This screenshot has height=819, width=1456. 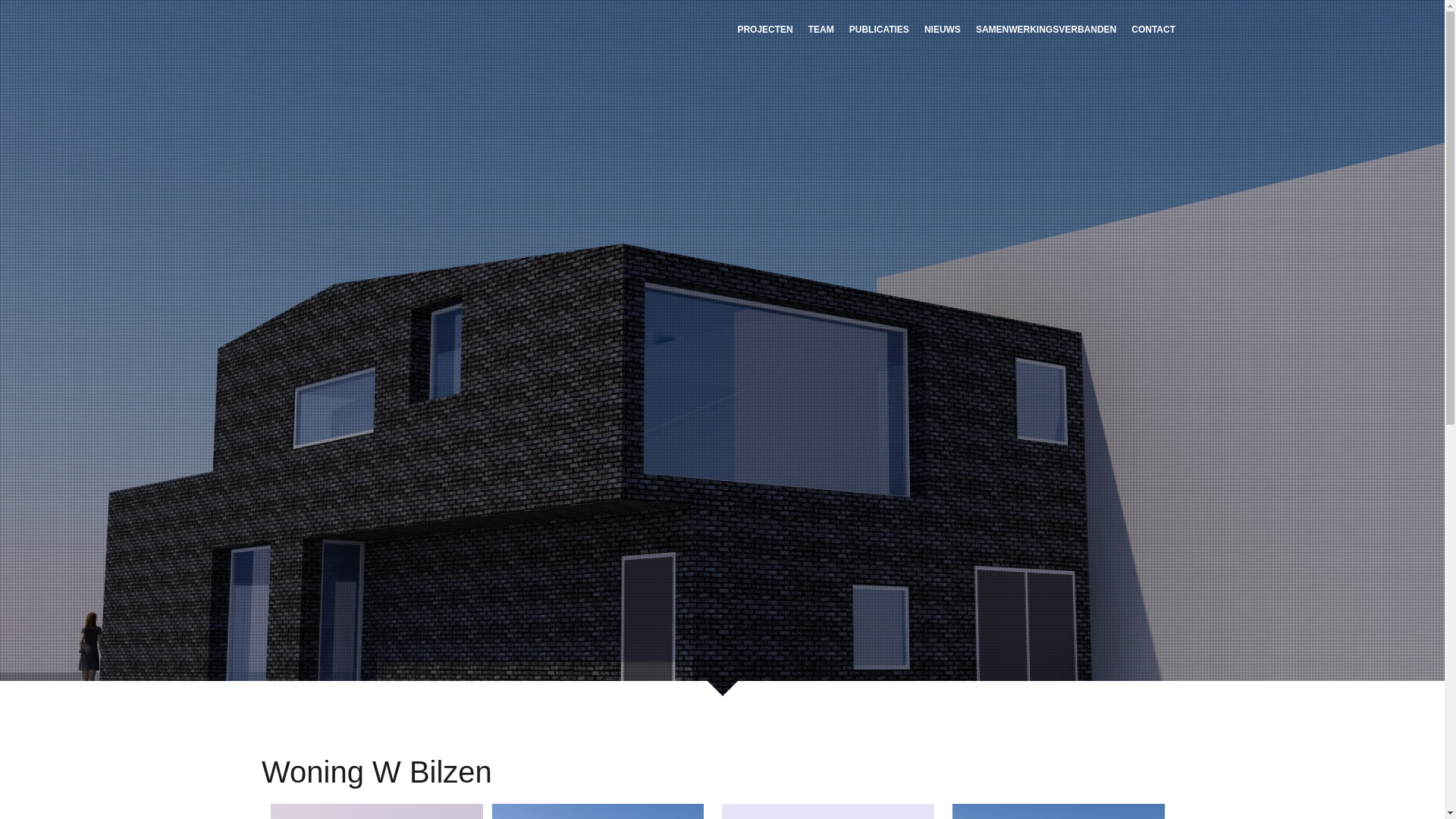 What do you see at coordinates (821, 28) in the screenshot?
I see `'TEAM'` at bounding box center [821, 28].